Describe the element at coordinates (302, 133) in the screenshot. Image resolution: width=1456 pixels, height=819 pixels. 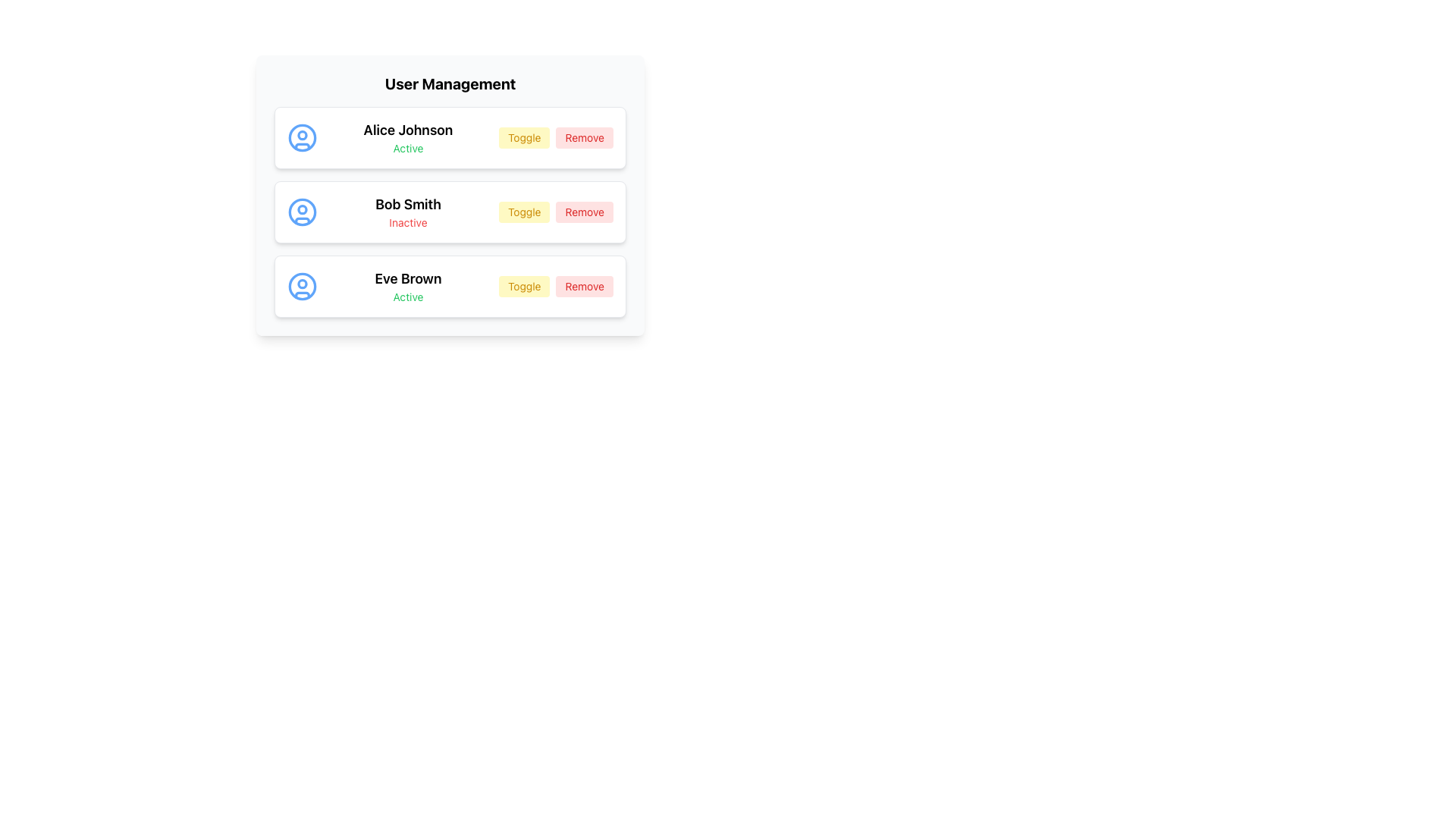
I see `the small circle within the blue user profile icon located to the left of 'Alice Johnson' in the user listing` at that location.